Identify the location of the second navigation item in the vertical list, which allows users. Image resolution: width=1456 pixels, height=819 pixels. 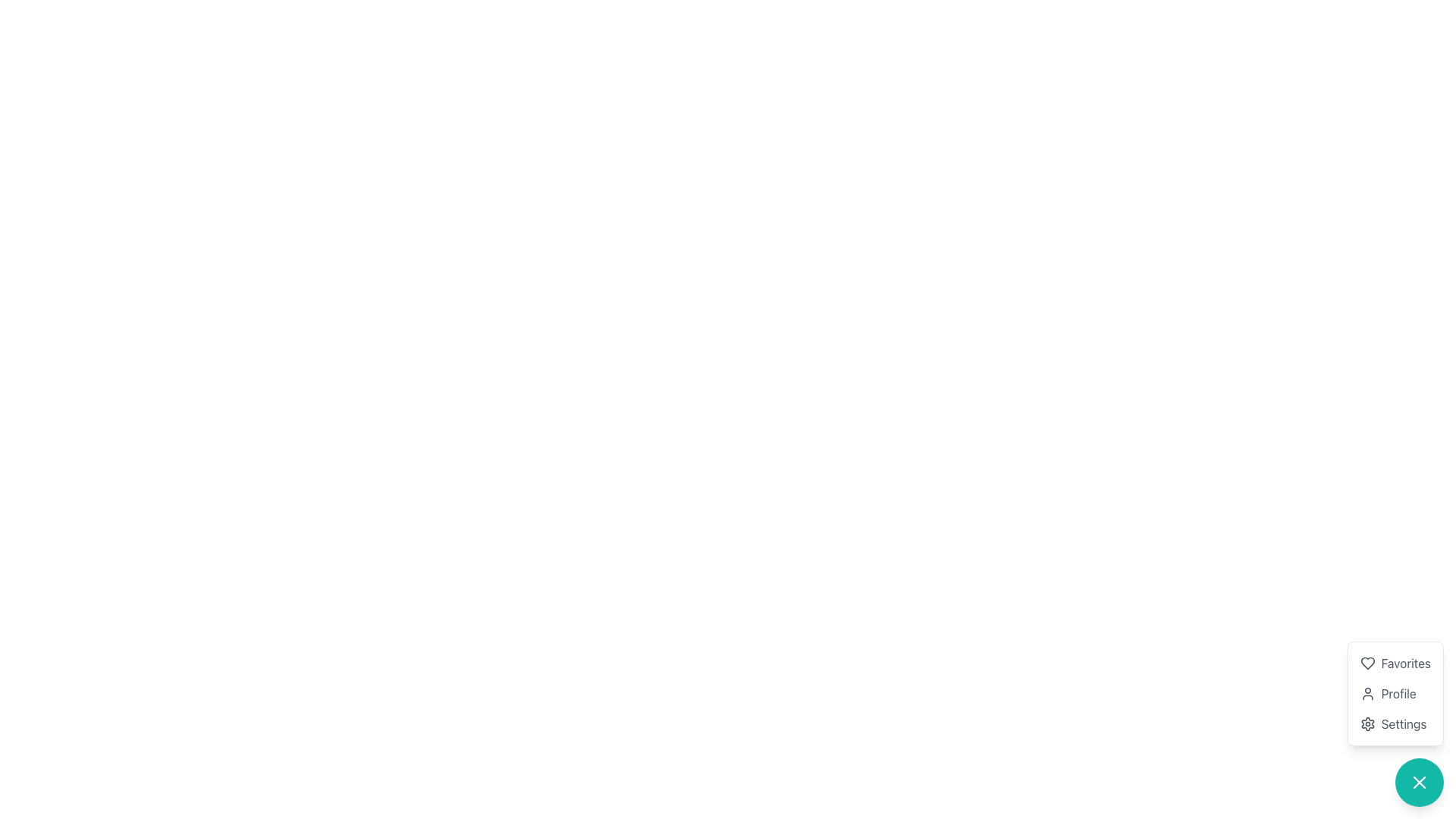
(1395, 693).